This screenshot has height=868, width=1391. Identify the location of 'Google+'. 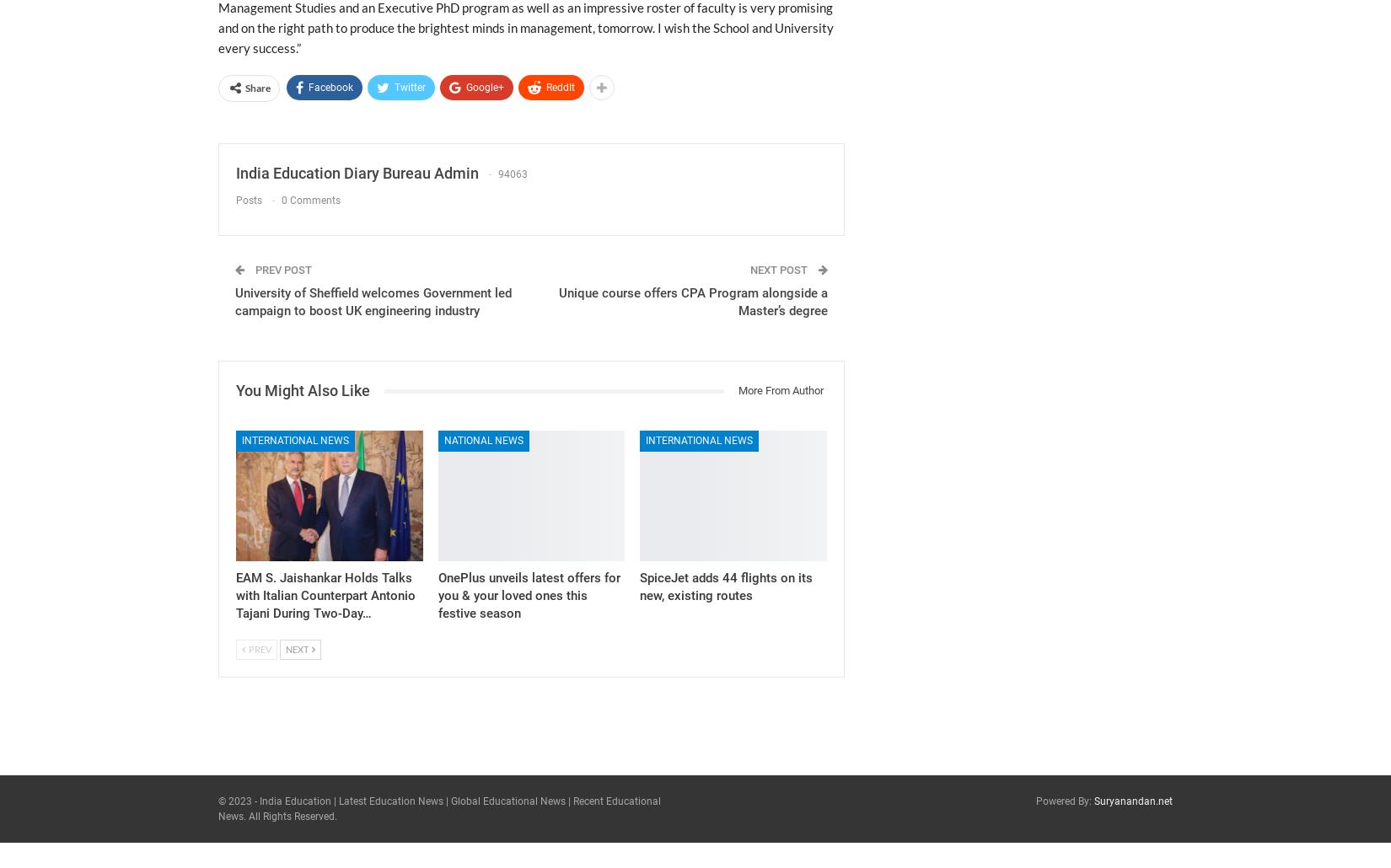
(484, 87).